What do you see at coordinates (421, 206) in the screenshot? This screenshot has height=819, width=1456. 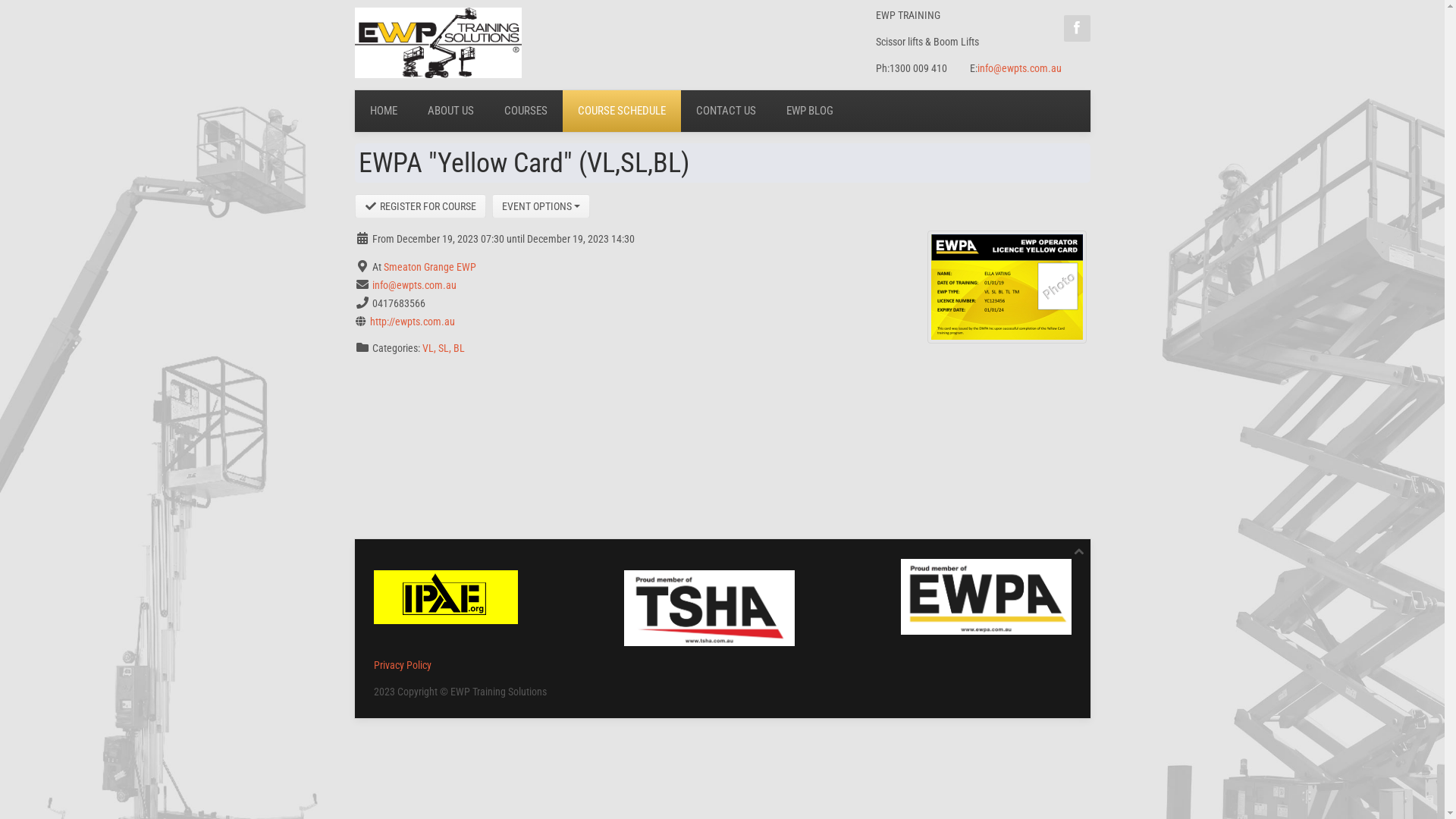 I see `'REGISTER FOR COURSE'` at bounding box center [421, 206].